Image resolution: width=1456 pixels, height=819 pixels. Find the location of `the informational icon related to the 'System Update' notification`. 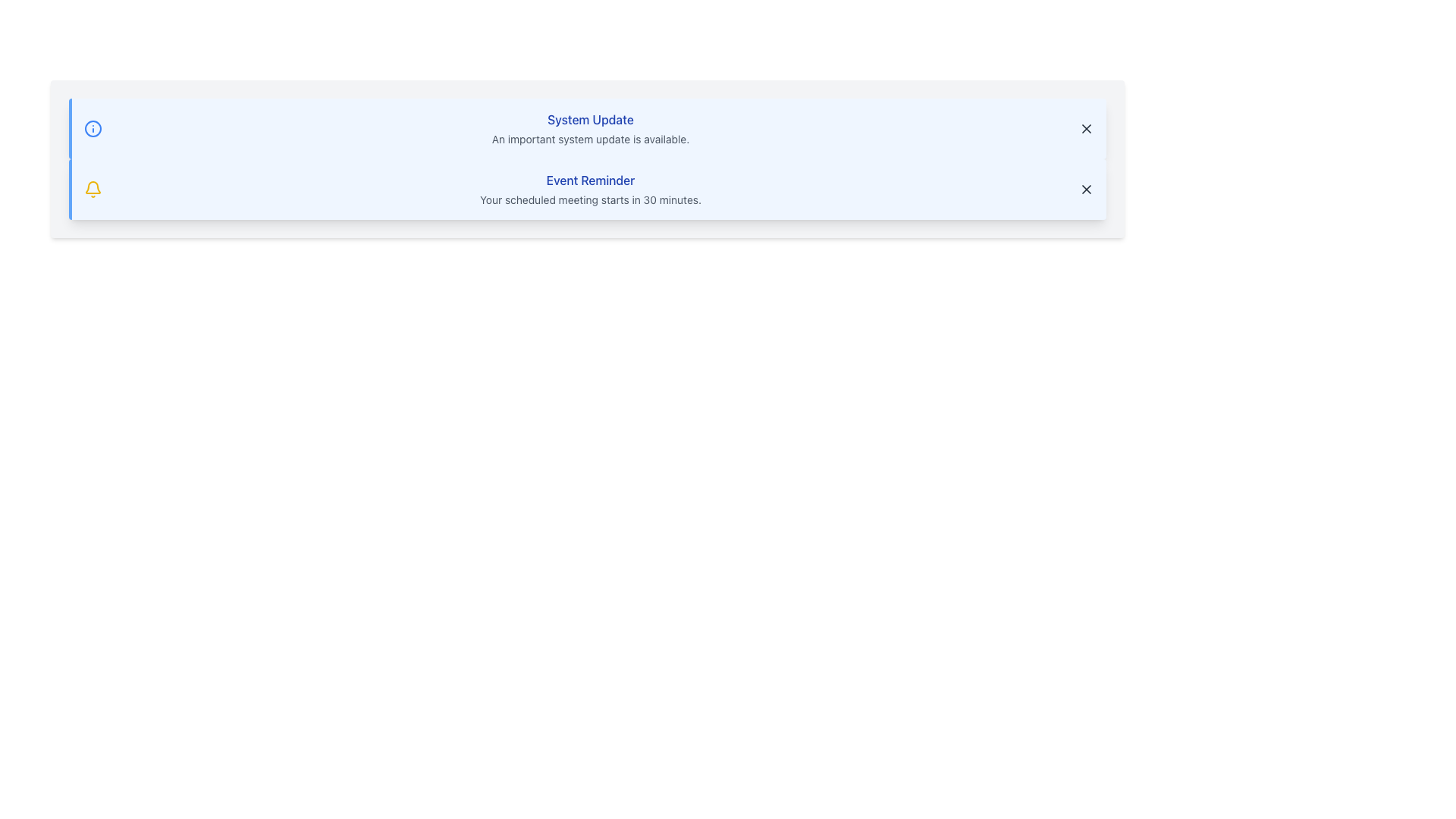

the informational icon related to the 'System Update' notification is located at coordinates (93, 127).